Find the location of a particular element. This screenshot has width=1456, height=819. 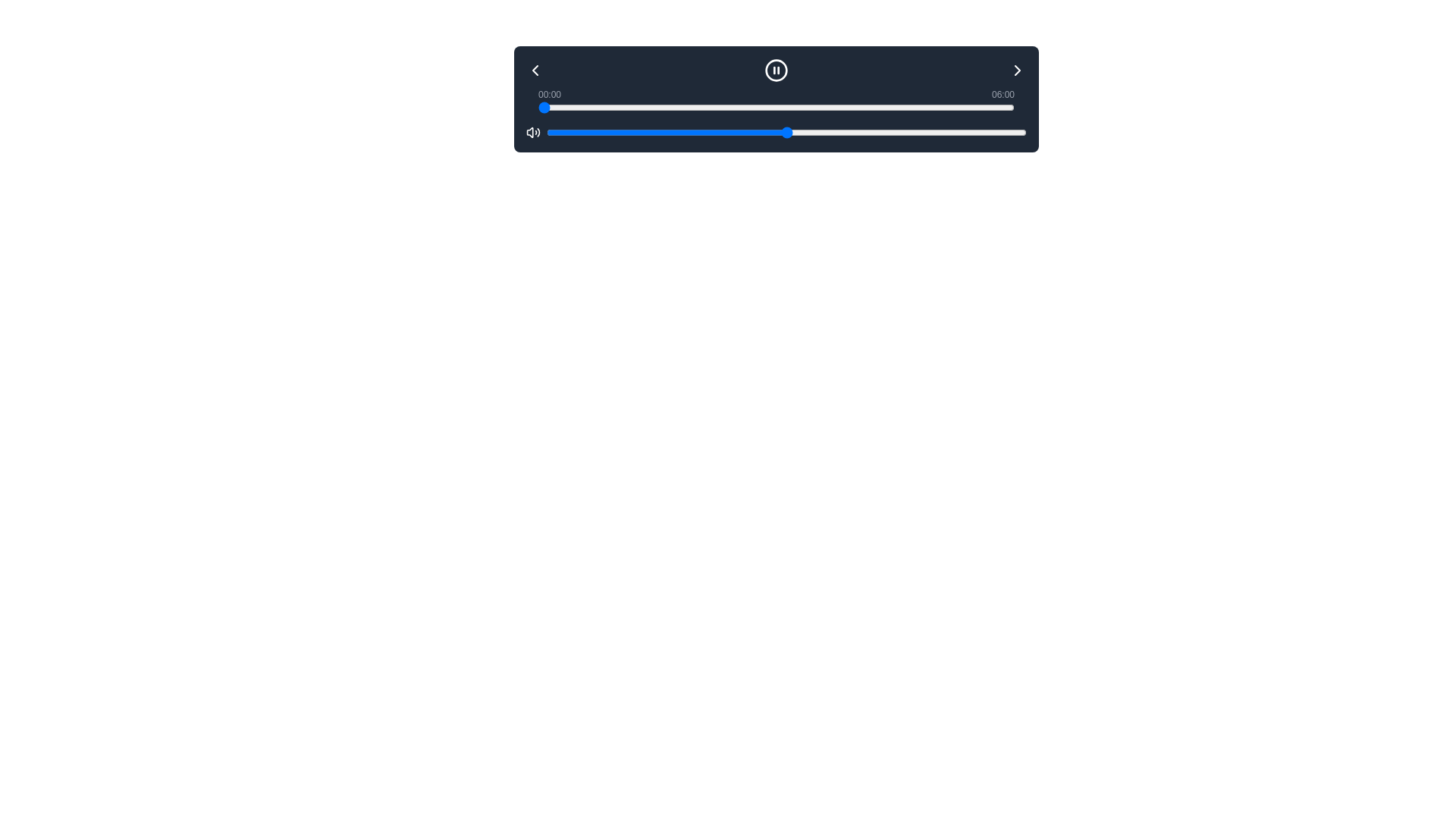

the playback time is located at coordinates (862, 107).